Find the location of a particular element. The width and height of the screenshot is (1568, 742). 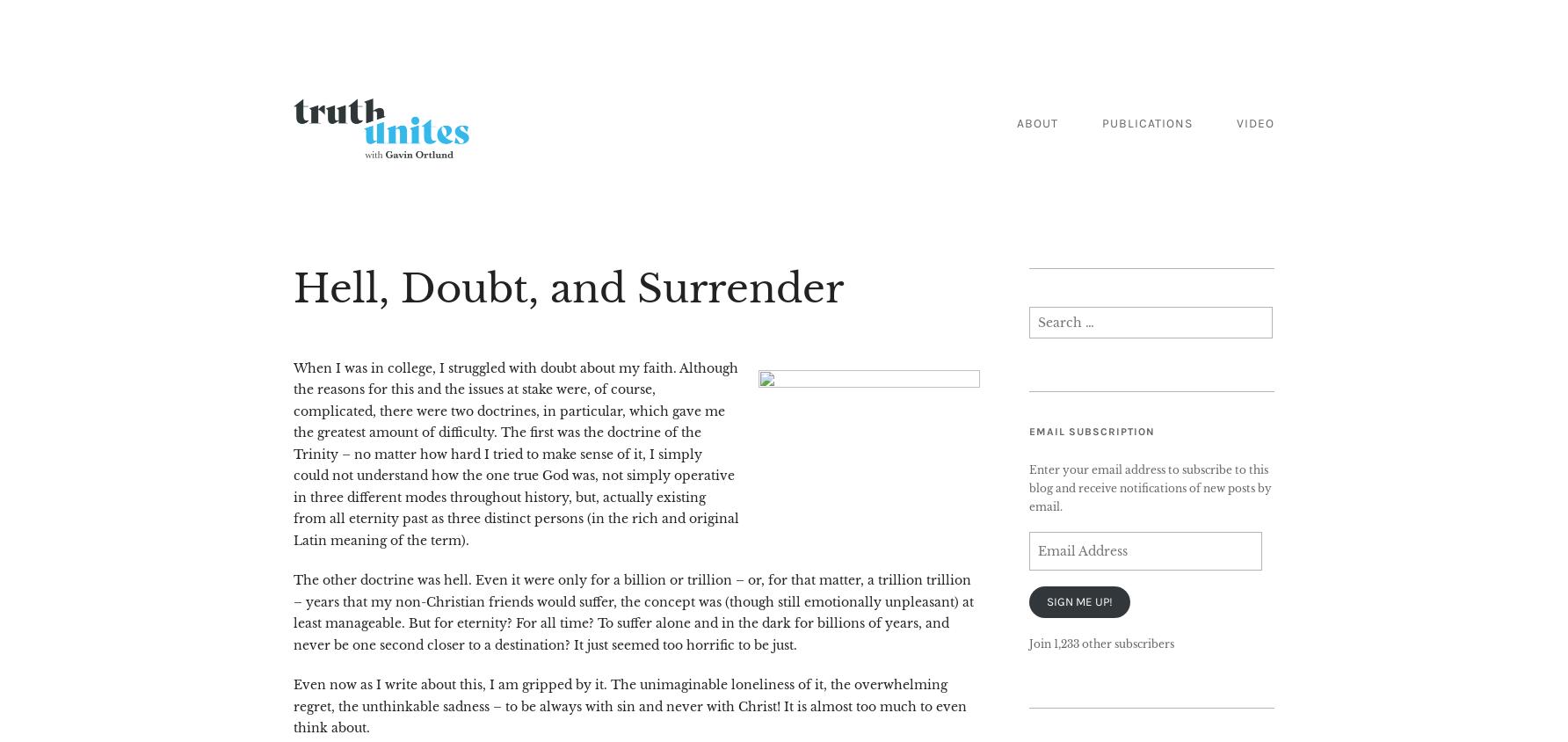

'Enter your email address to subscribe to this blog and receive notifications of new posts by email.' is located at coordinates (1149, 487).